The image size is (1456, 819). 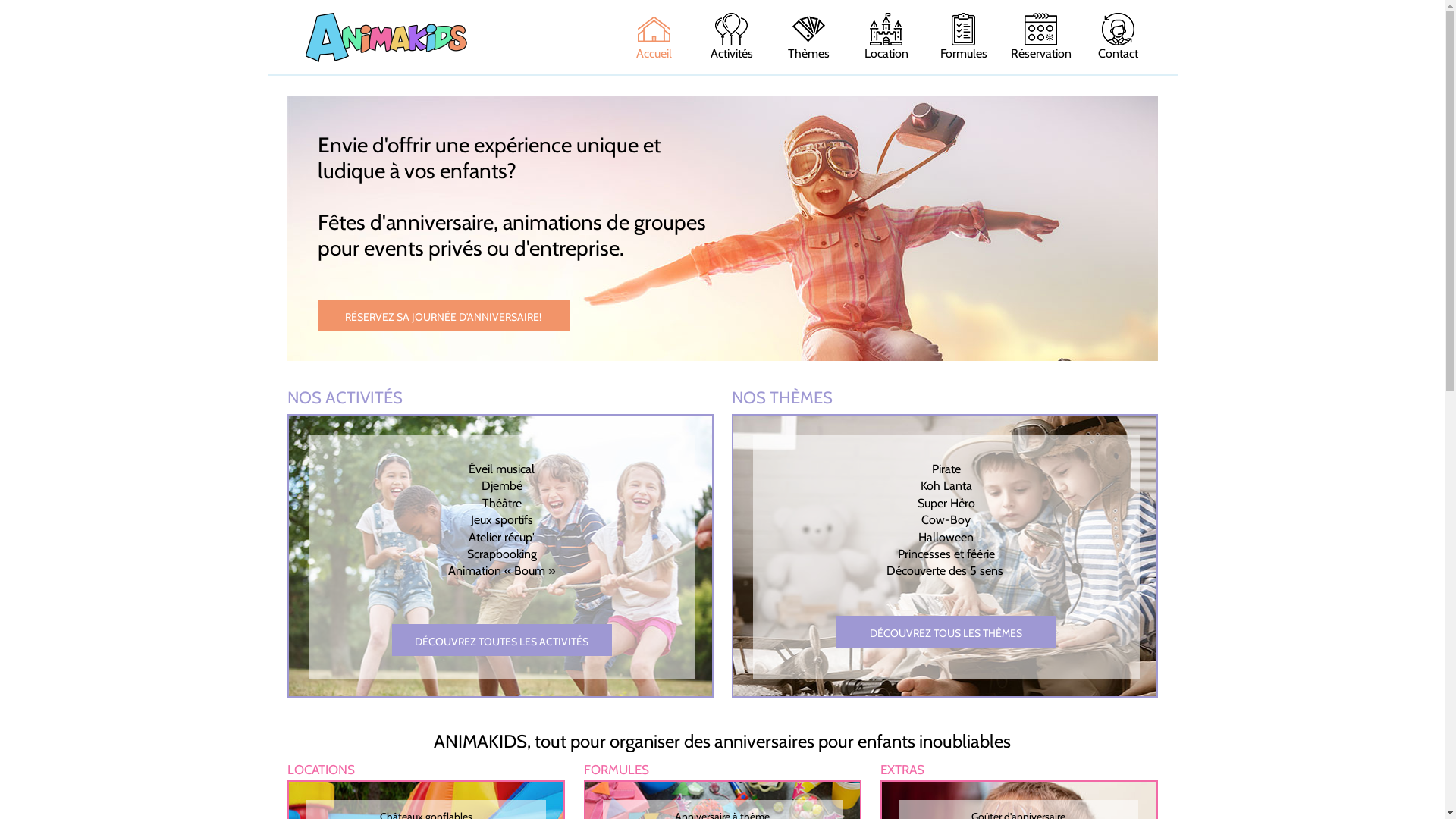 I want to click on 'Contact', so click(x=1117, y=36).